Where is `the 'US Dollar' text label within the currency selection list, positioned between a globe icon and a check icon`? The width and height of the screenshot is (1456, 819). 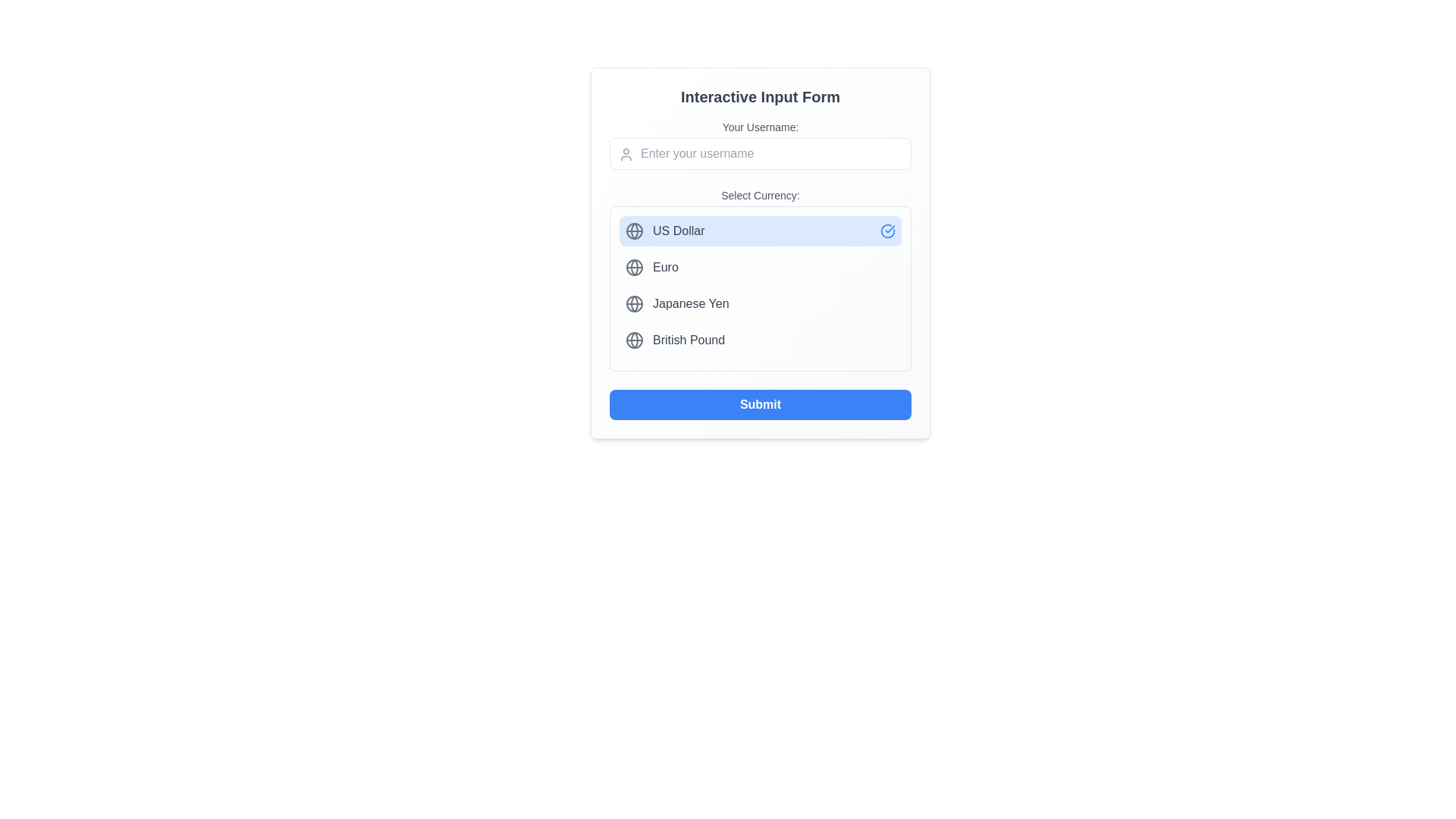
the 'US Dollar' text label within the currency selection list, positioned between a globe icon and a check icon is located at coordinates (678, 231).